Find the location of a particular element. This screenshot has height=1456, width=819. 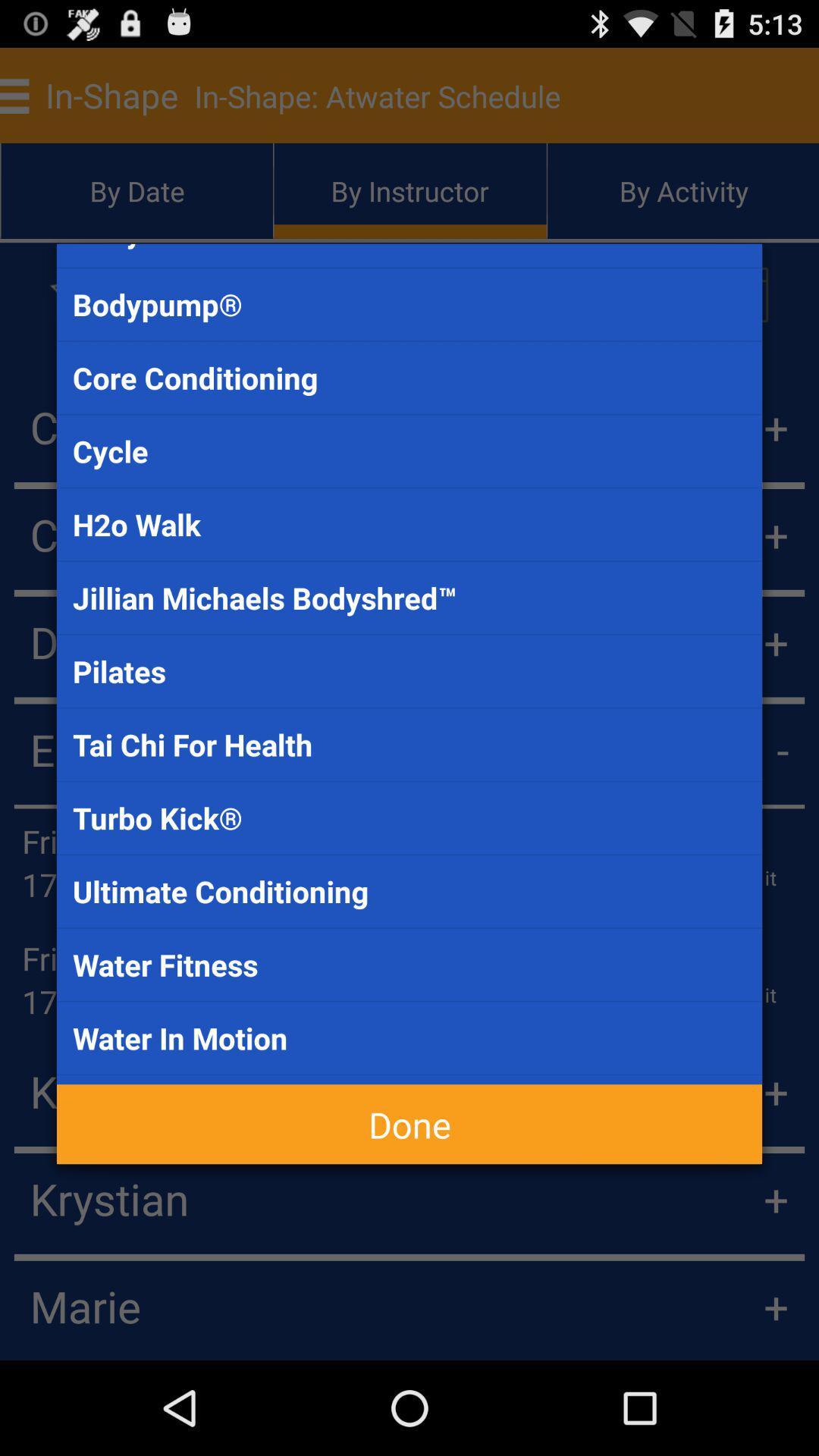

the ultimate conditioning app is located at coordinates (409, 891).